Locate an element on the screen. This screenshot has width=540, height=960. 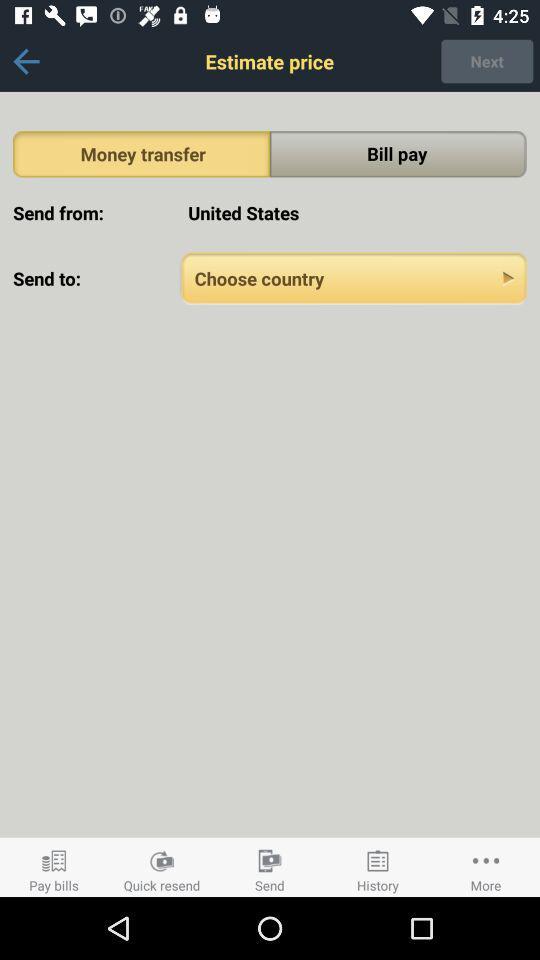
dropdown menu to select country is located at coordinates (353, 277).